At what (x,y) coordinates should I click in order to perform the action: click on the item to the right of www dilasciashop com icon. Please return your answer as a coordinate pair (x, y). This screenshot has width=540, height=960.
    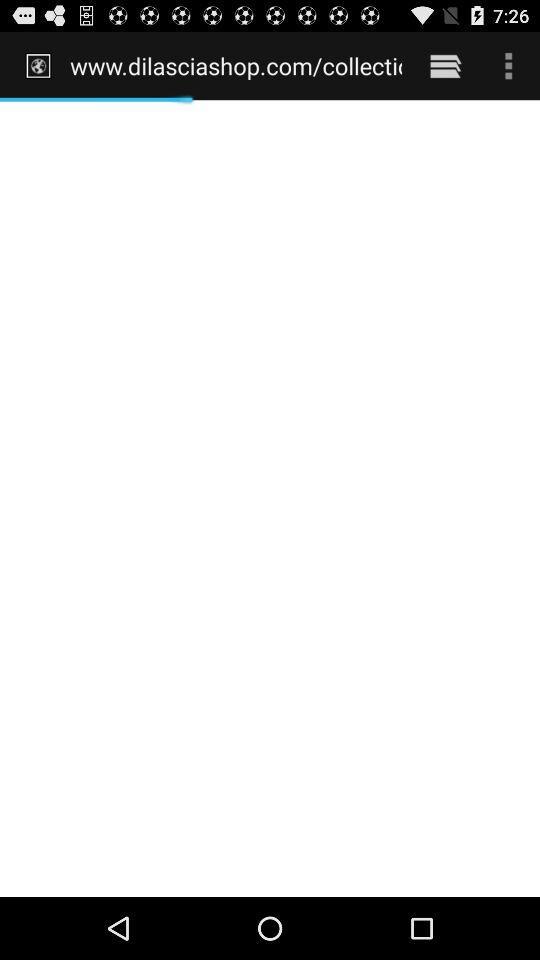
    Looking at the image, I should click on (445, 65).